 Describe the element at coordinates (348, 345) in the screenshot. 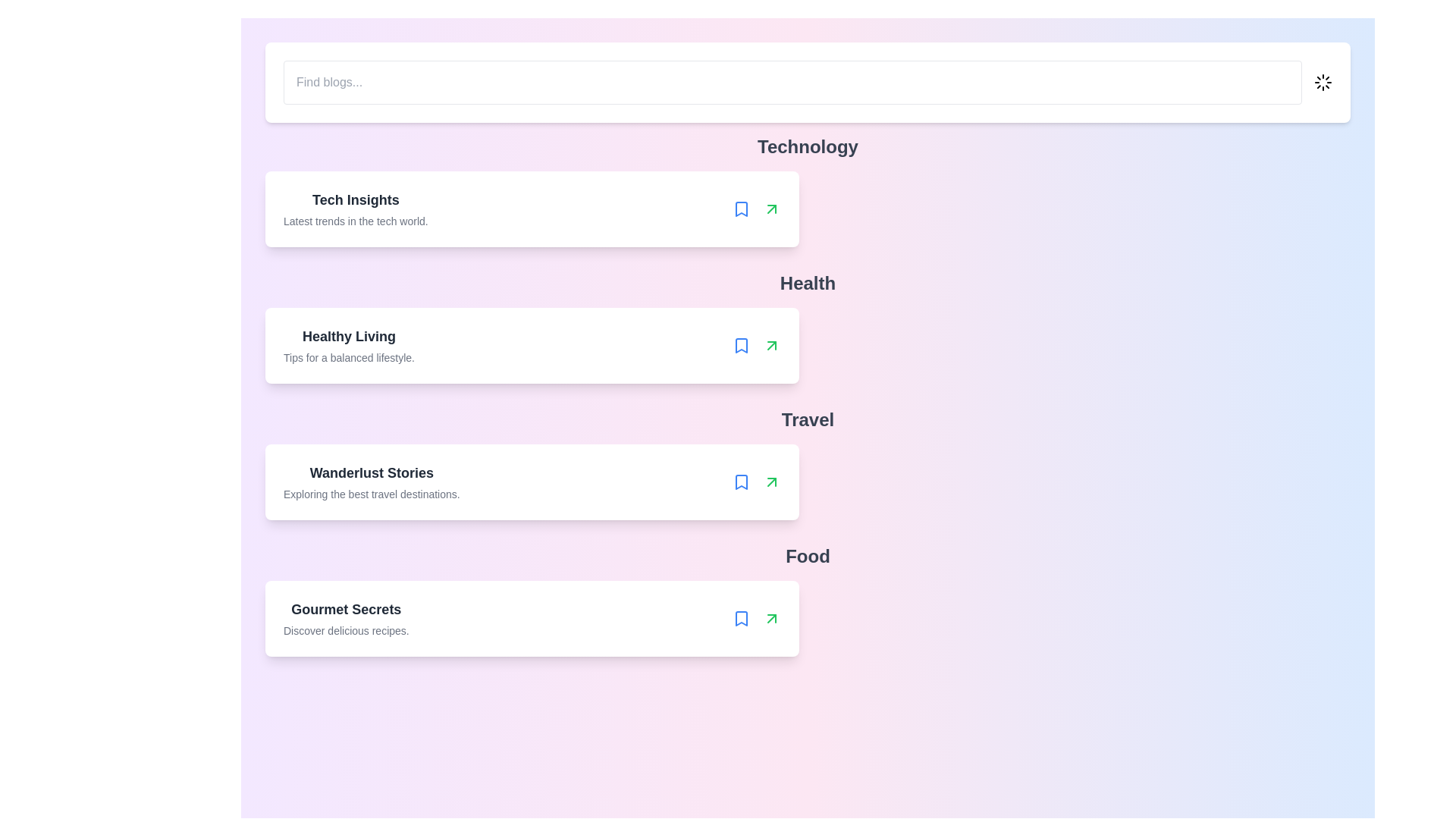

I see `the 'Healthy Living' Text block, which serves as a header and brief description for a content section, located as the second card in the vertical arrangement under 'Tech Insights' and above 'Wanderlust Stories'` at that location.